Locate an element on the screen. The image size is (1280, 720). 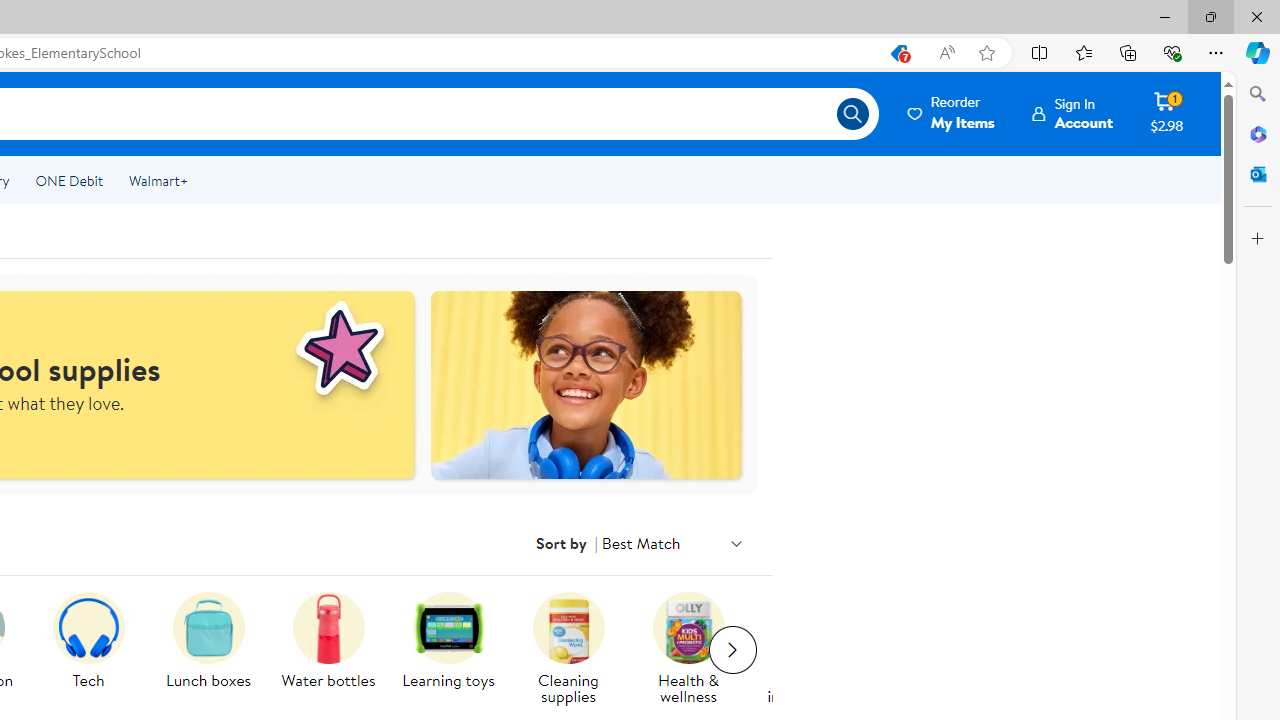
'ONE Debit' is located at coordinates (69, 181).